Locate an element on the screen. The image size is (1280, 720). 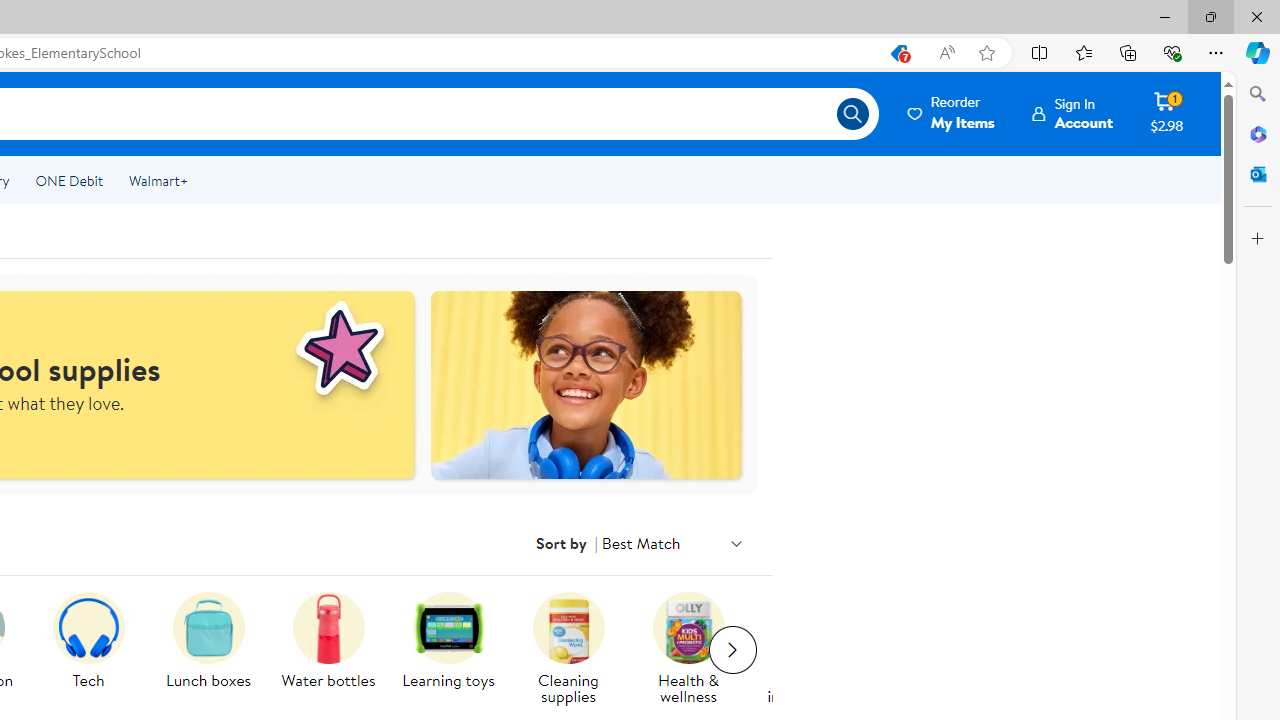
'ONE Debit' is located at coordinates (69, 181).